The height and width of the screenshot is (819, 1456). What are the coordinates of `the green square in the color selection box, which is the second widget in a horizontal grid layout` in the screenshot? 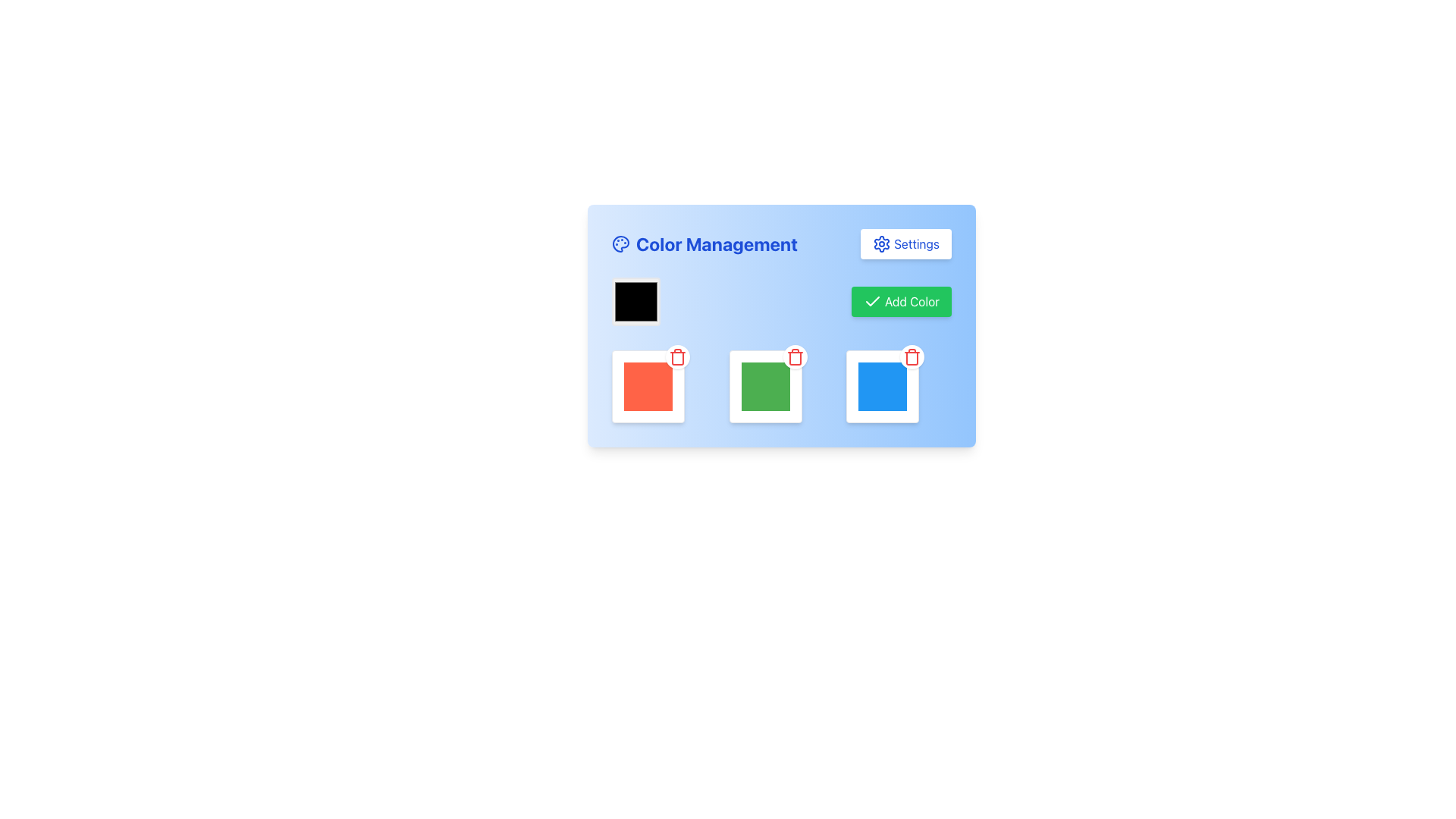 It's located at (765, 385).